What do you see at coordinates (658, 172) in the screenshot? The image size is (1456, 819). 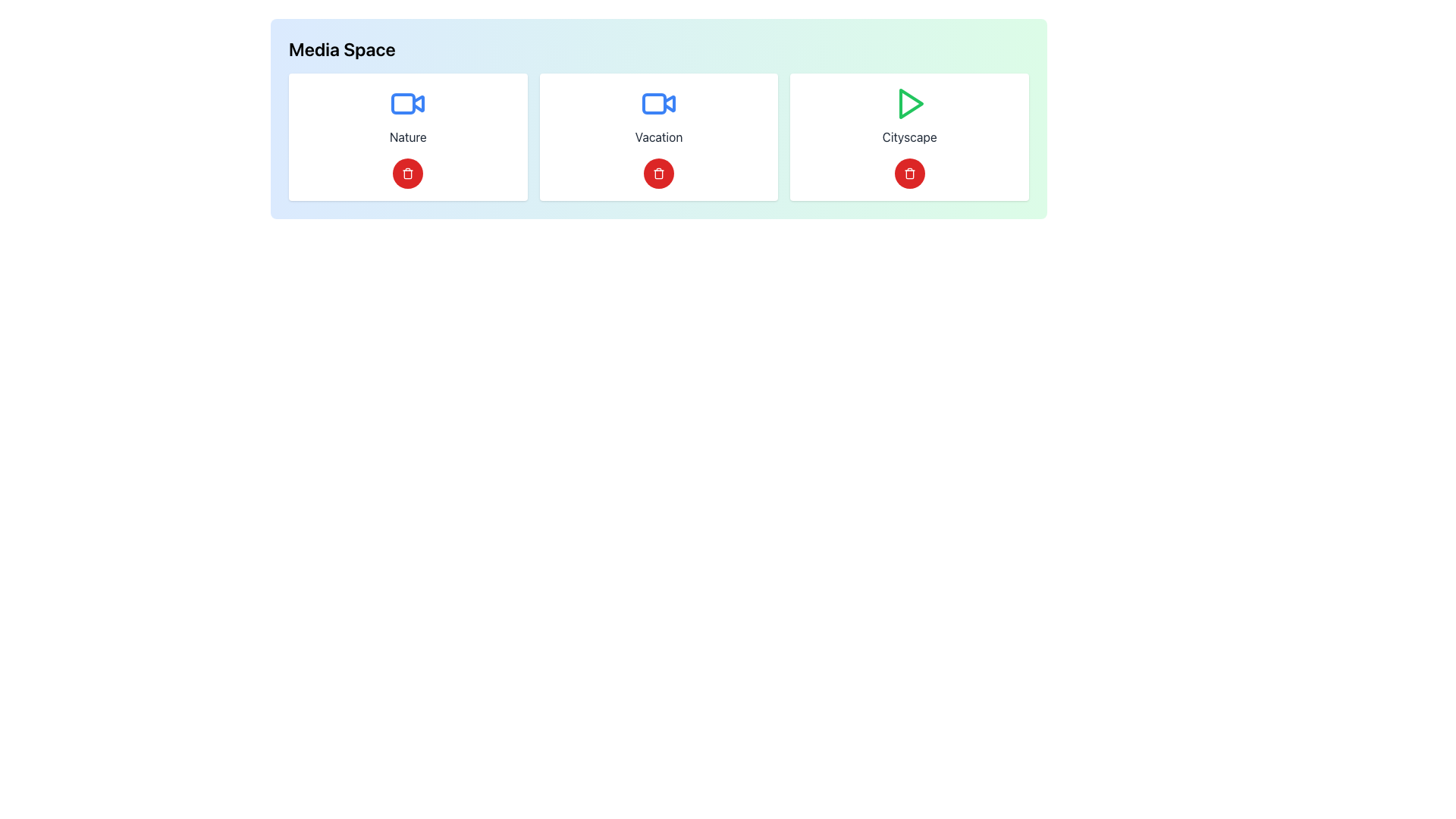 I see `the delete button located at the bottom center of the 'Vacation' card` at bounding box center [658, 172].